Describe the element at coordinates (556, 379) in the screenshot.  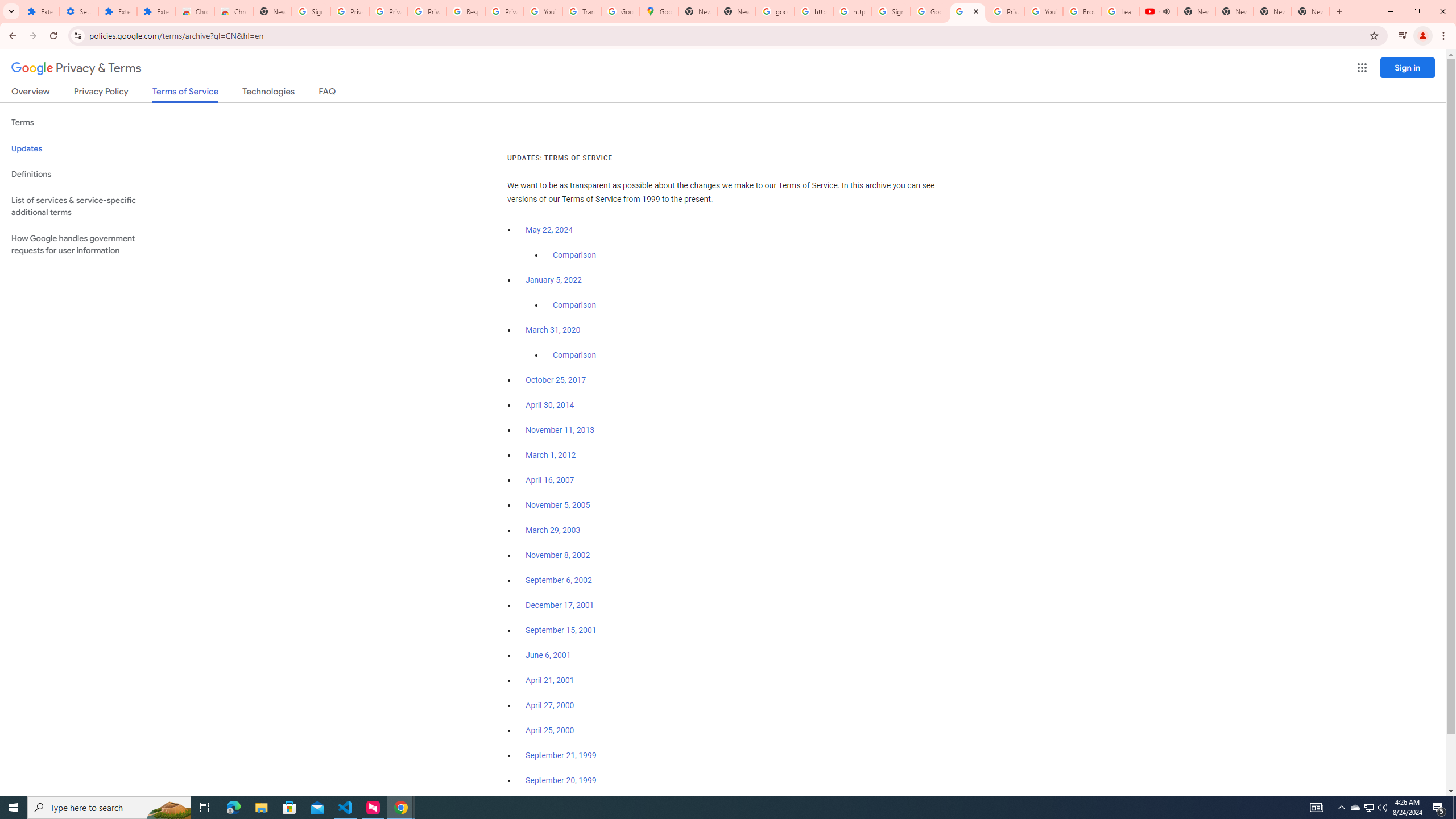
I see `'October 25, 2017'` at that location.